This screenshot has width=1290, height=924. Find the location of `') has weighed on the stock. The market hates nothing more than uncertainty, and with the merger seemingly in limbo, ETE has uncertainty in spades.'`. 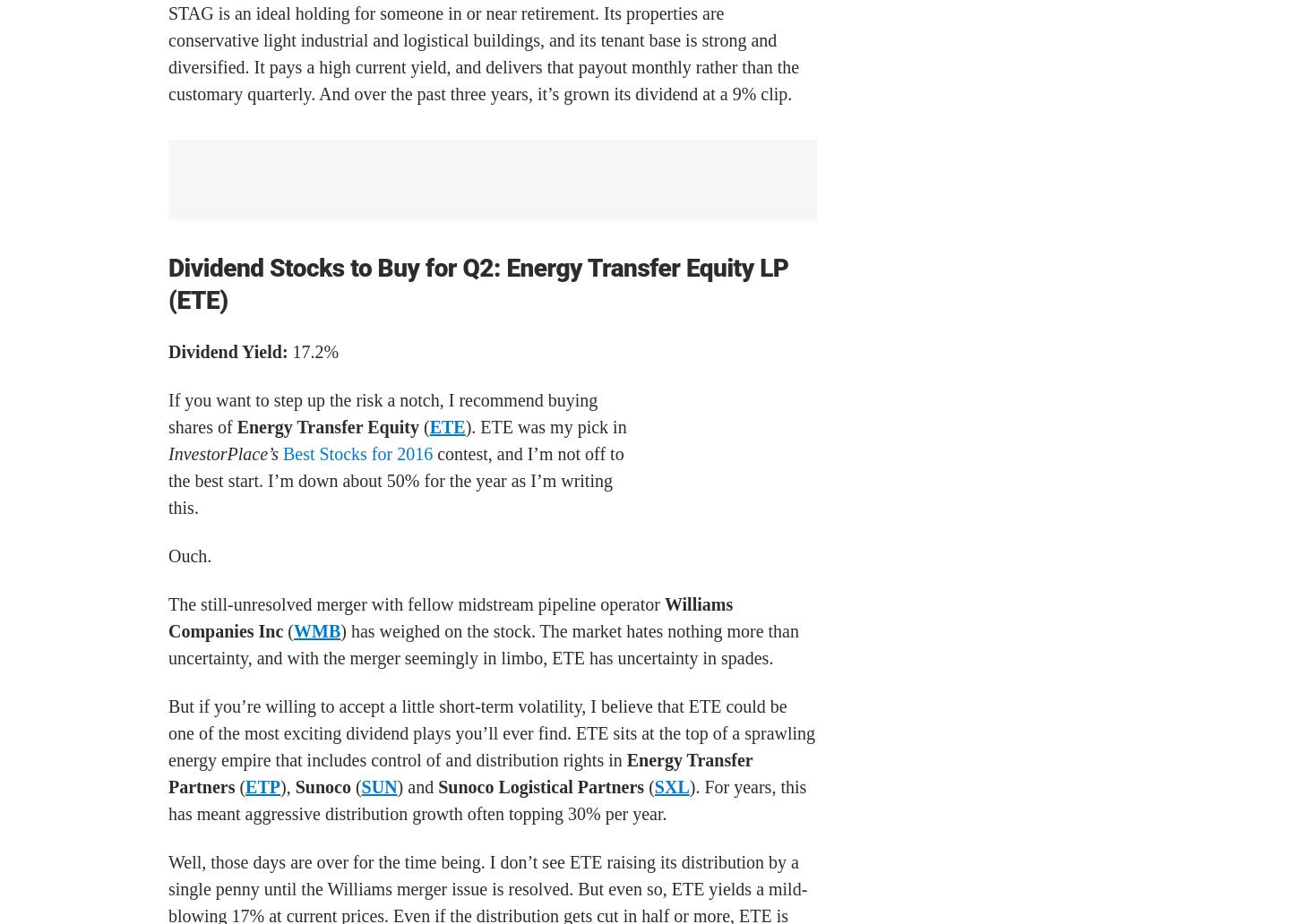

') has weighed on the stock. The market hates nothing more than uncertainty, and with the merger seemingly in limbo, ETE has uncertainty in spades.' is located at coordinates (482, 644).